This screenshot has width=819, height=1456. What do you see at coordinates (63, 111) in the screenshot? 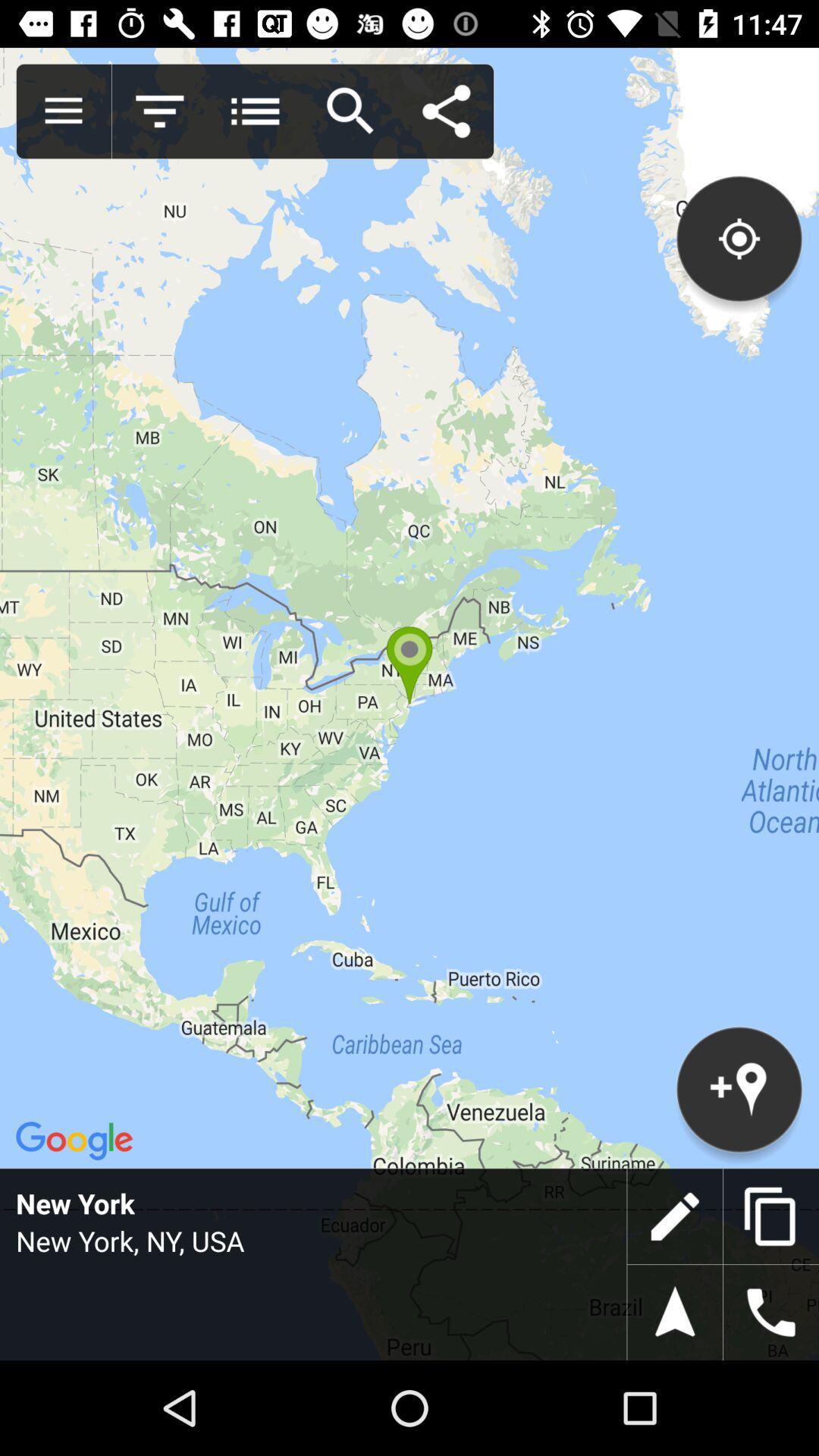
I see `options` at bounding box center [63, 111].